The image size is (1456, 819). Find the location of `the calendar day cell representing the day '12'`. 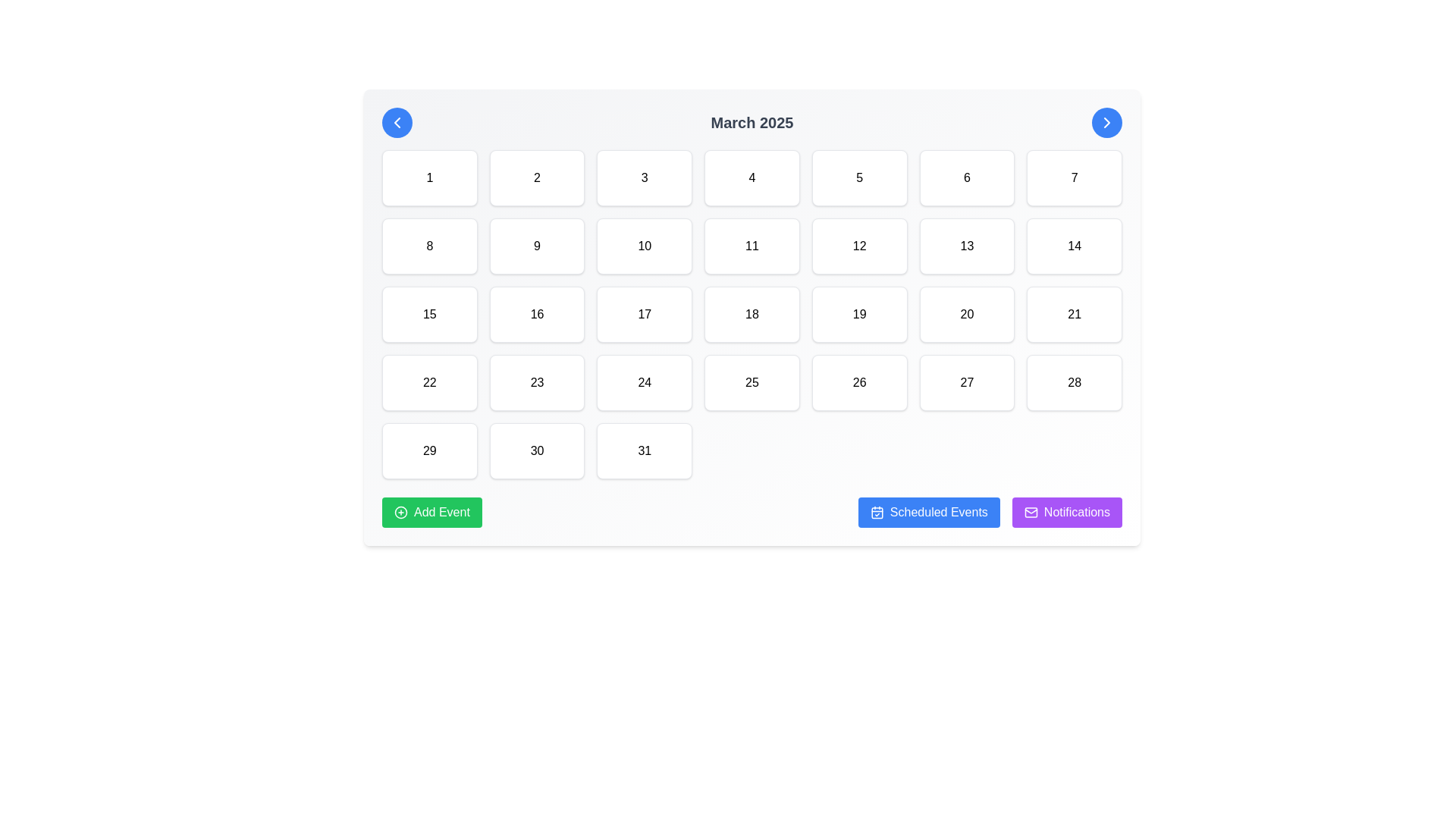

the calendar day cell representing the day '12' is located at coordinates (859, 245).